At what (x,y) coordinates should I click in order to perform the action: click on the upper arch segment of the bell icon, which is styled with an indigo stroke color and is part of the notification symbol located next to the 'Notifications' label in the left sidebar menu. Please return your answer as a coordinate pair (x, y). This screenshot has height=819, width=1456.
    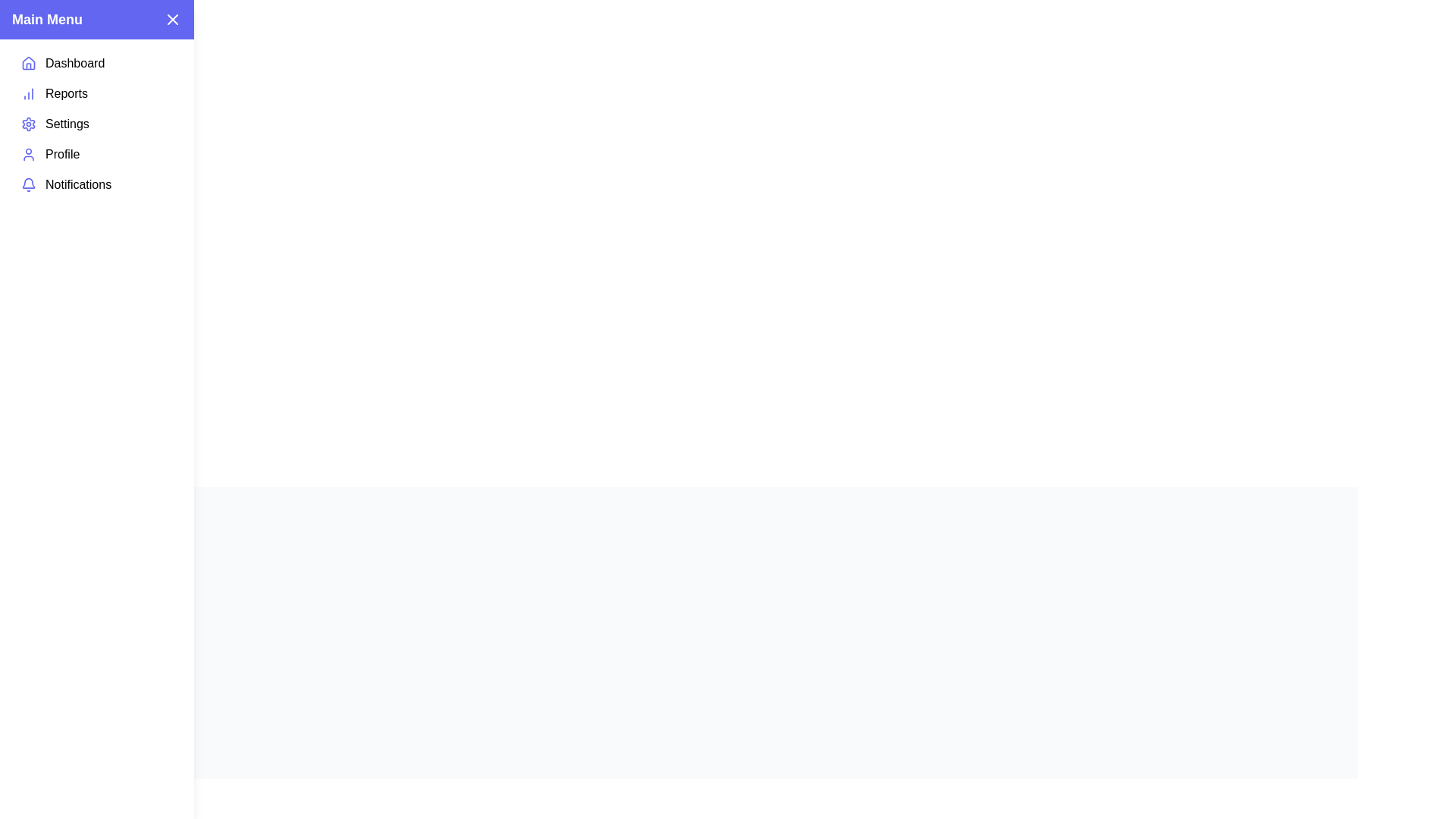
    Looking at the image, I should click on (29, 182).